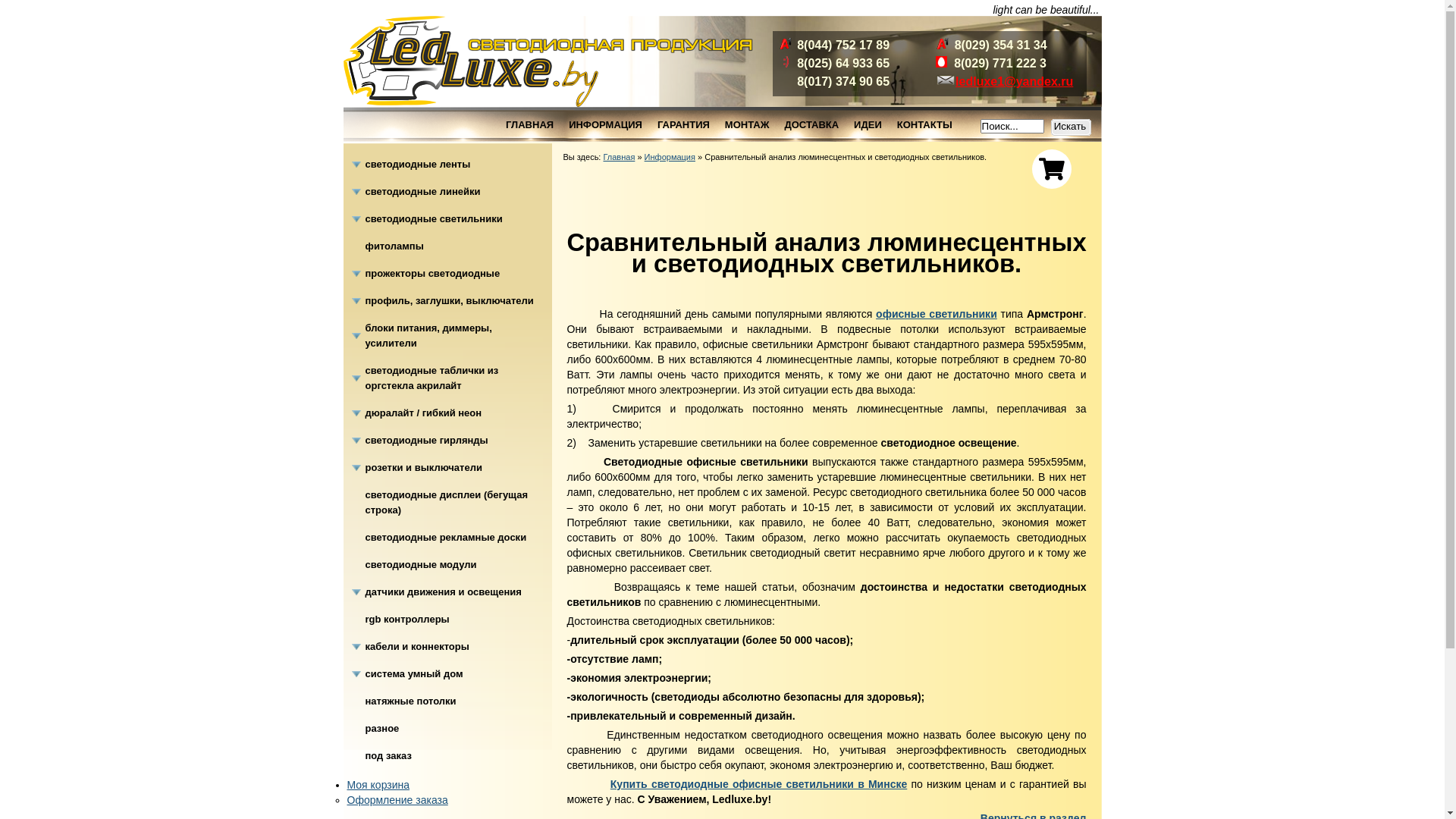 The image size is (1456, 819). I want to click on 'ledluxe1@yandex.ru', so click(1014, 81).